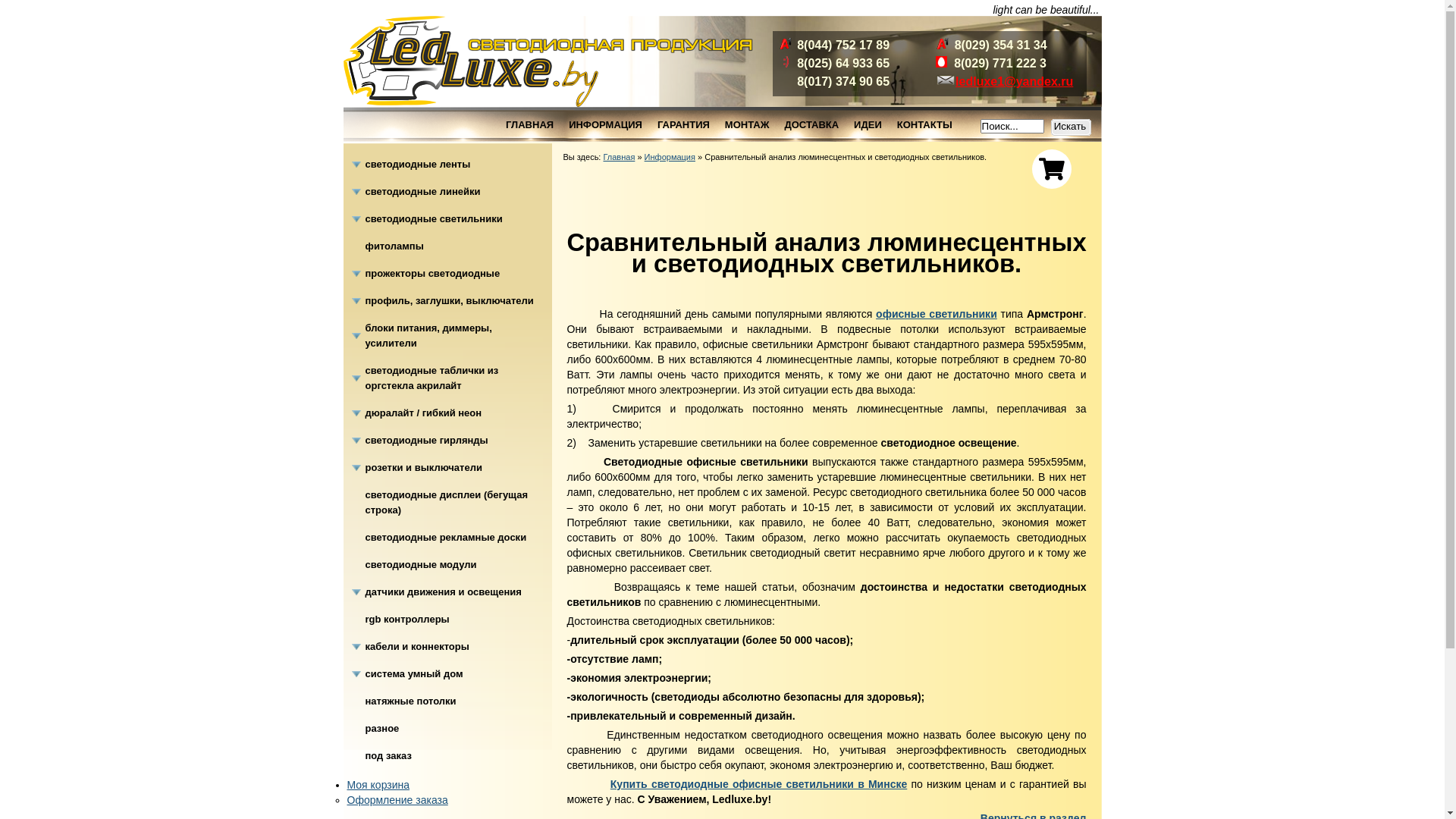 The image size is (1456, 819). I want to click on 'ledluxe1@yandex.ru', so click(1014, 81).